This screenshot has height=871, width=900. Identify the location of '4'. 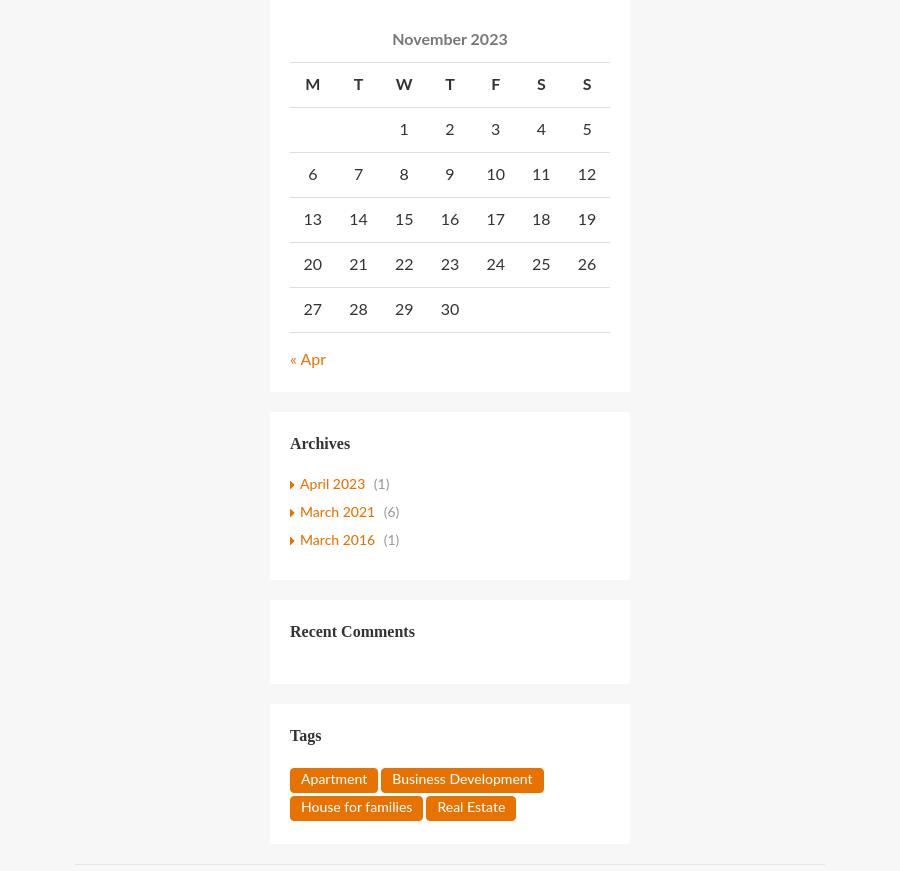
(539, 127).